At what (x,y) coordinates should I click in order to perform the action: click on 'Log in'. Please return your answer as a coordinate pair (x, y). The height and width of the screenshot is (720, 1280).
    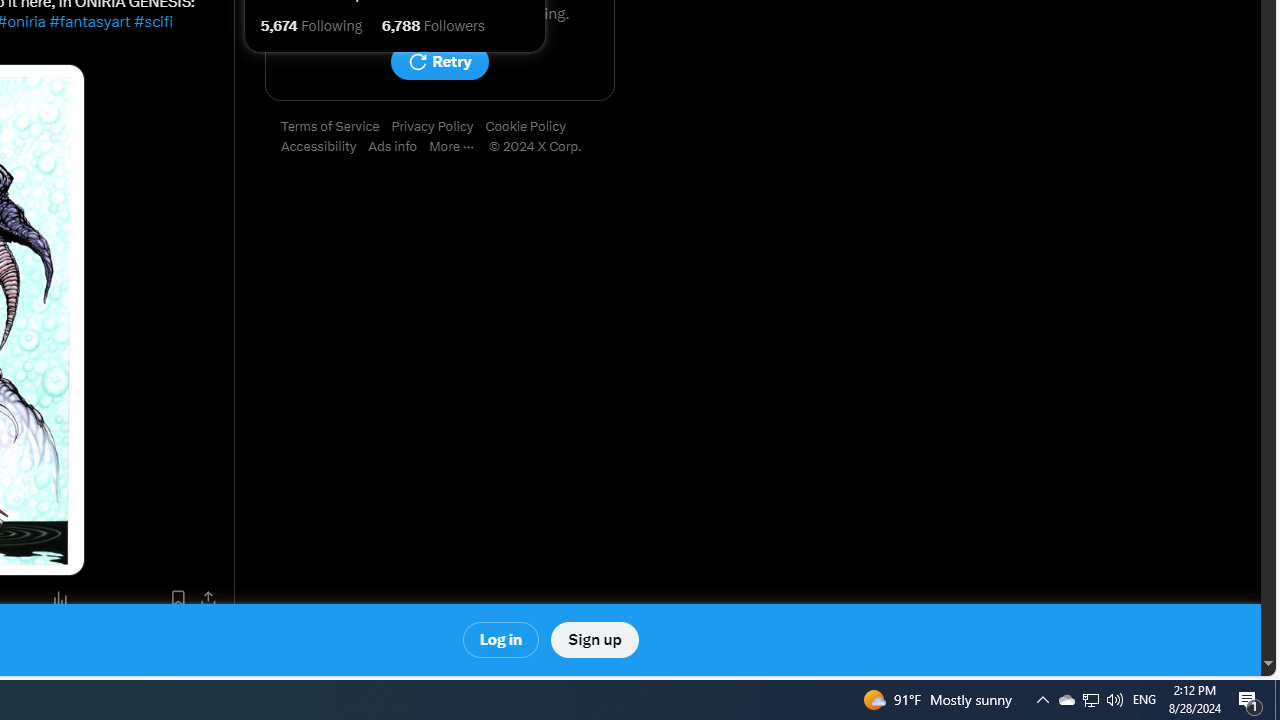
    Looking at the image, I should click on (501, 640).